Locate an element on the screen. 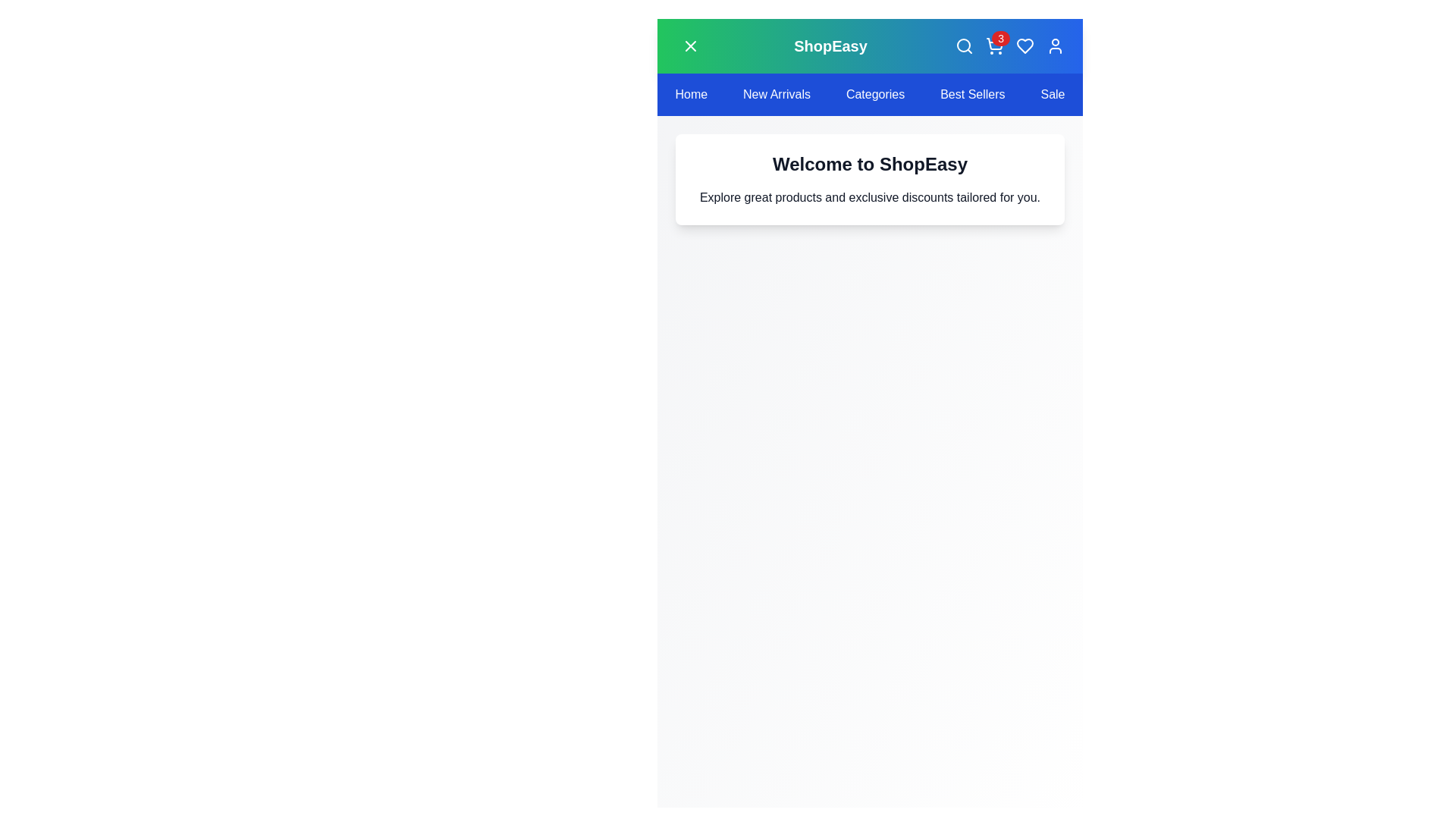 The image size is (1456, 819). the navbar item labeled 'Home' to navigate to the corresponding section is located at coordinates (690, 94).